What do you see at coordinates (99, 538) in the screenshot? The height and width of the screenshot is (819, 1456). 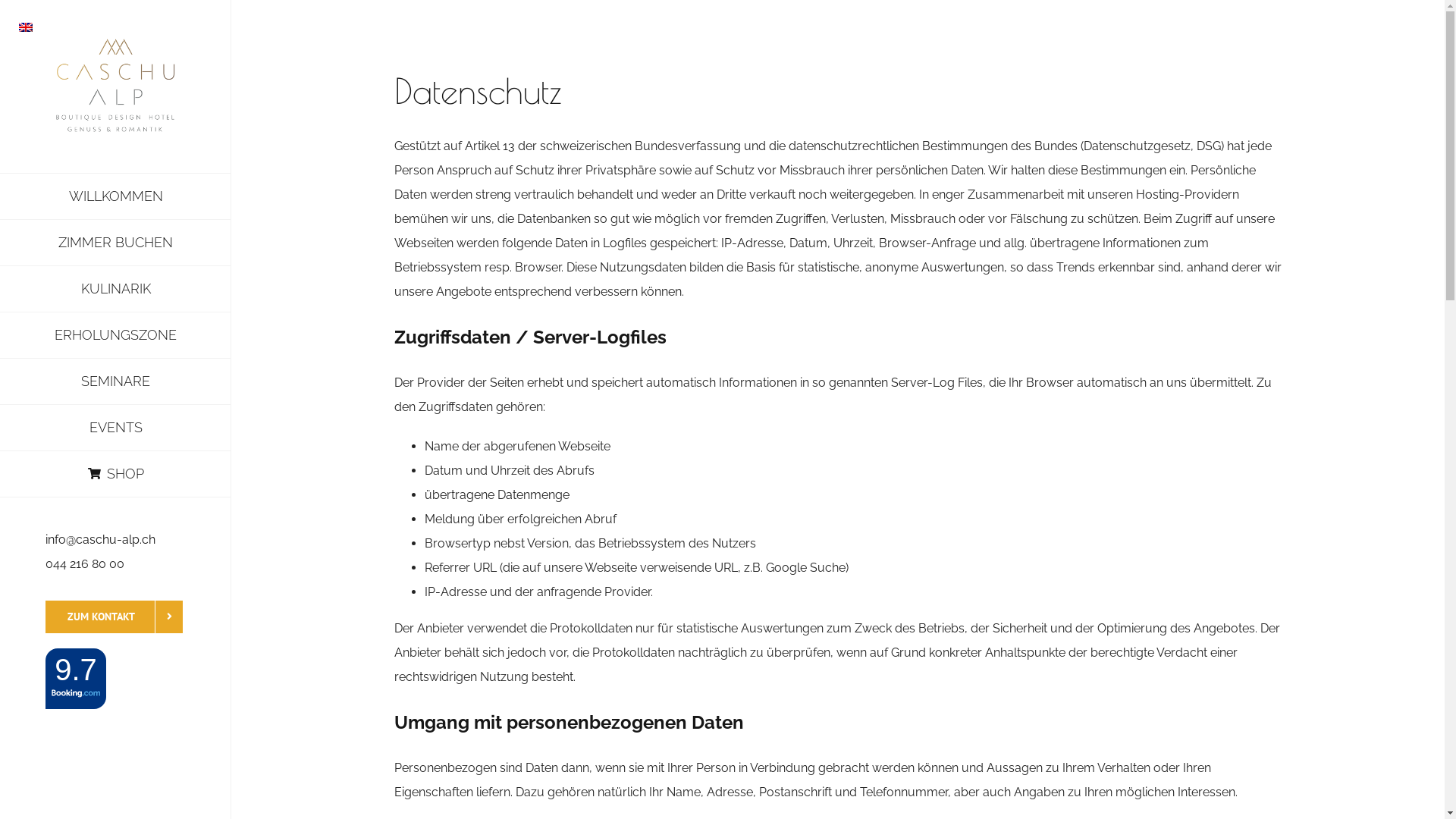 I see `'info@caschu-alp.ch'` at bounding box center [99, 538].